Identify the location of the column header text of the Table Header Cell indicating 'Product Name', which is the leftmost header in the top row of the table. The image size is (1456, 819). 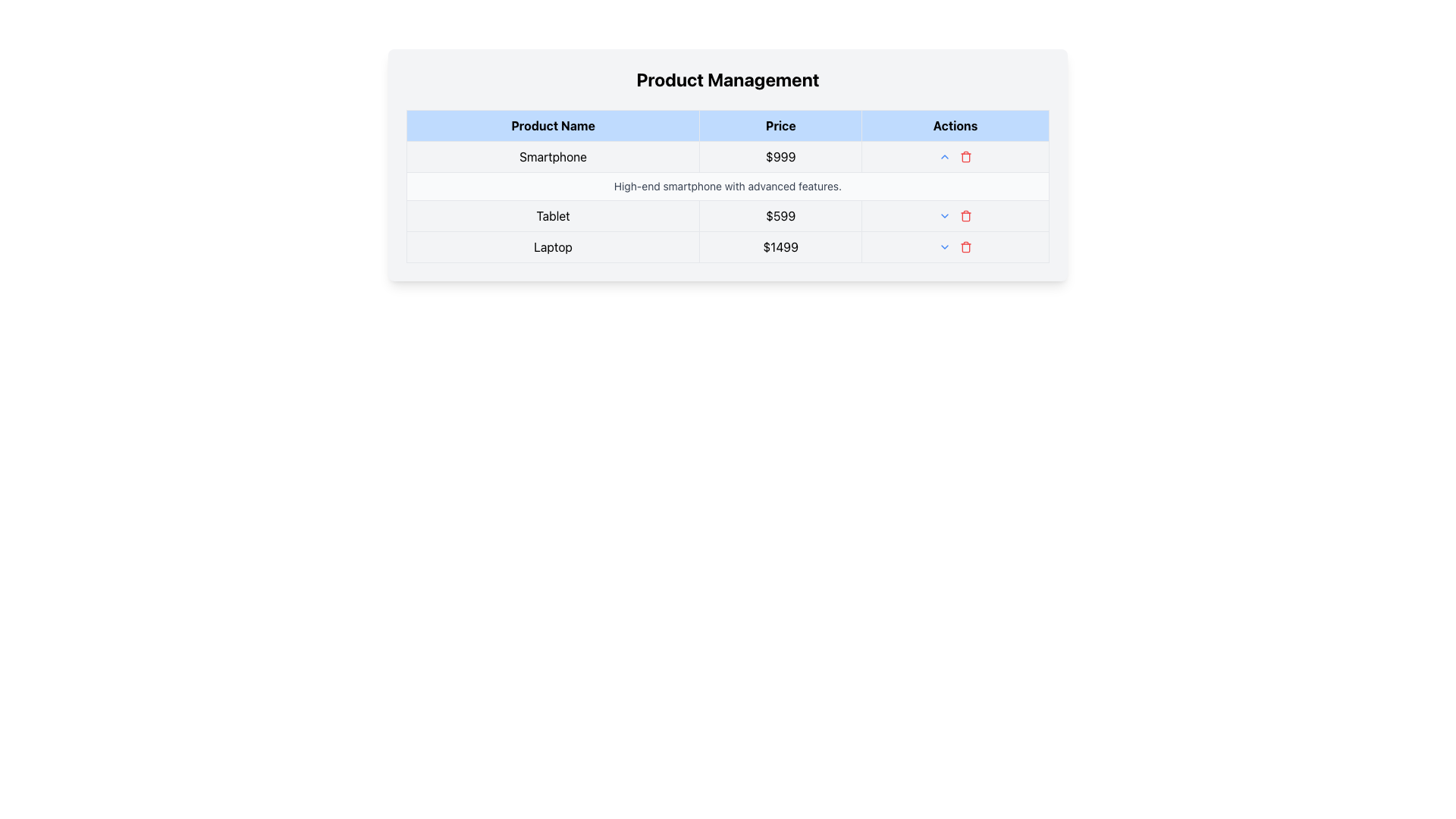
(552, 124).